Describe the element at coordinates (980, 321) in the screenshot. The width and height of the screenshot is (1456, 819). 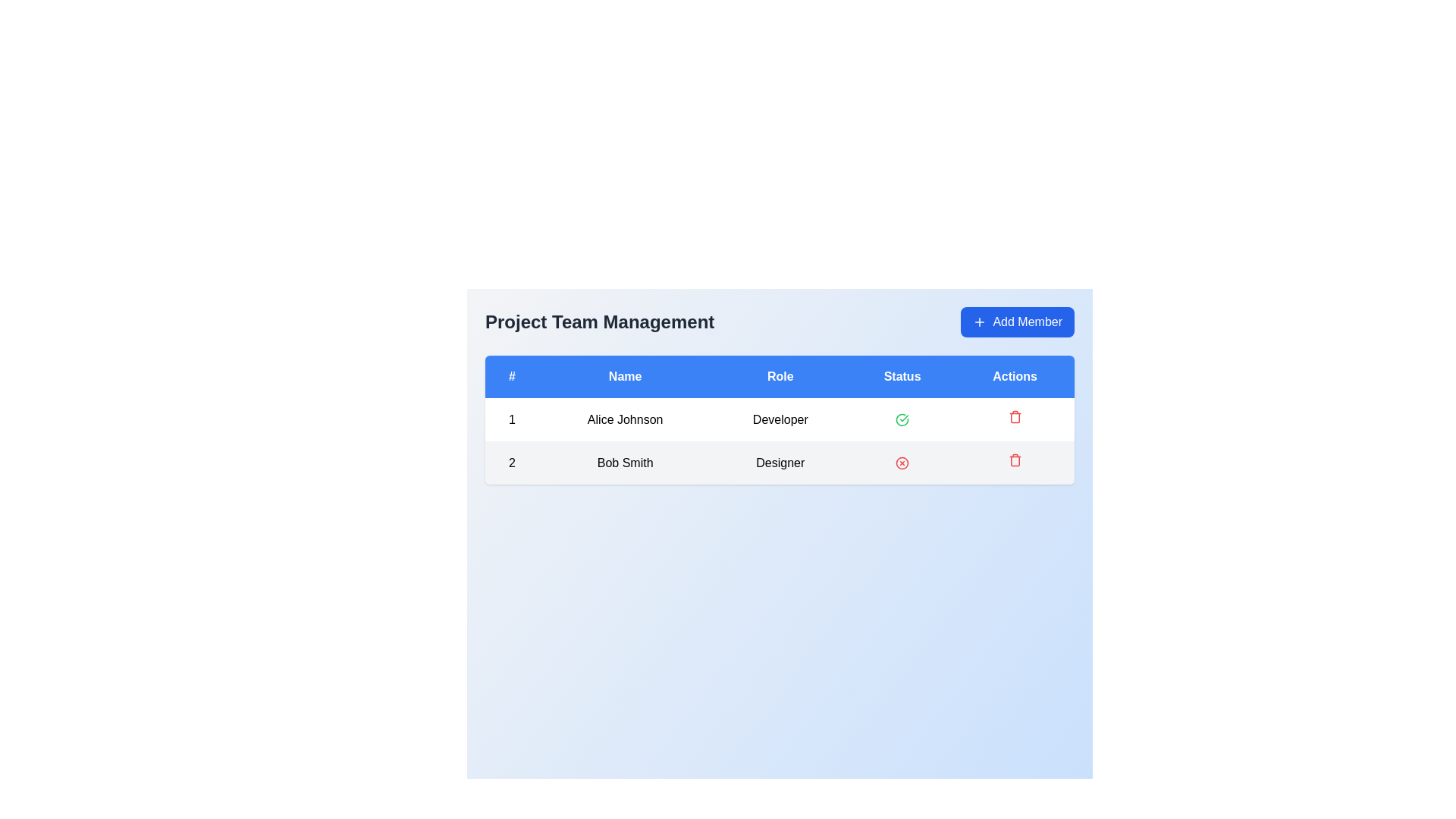
I see `the 'Add Member' button icon located on the left of the text 'Add Member' in the top-right corner of the Project Team Management interface, which has a blue background and white text` at that location.